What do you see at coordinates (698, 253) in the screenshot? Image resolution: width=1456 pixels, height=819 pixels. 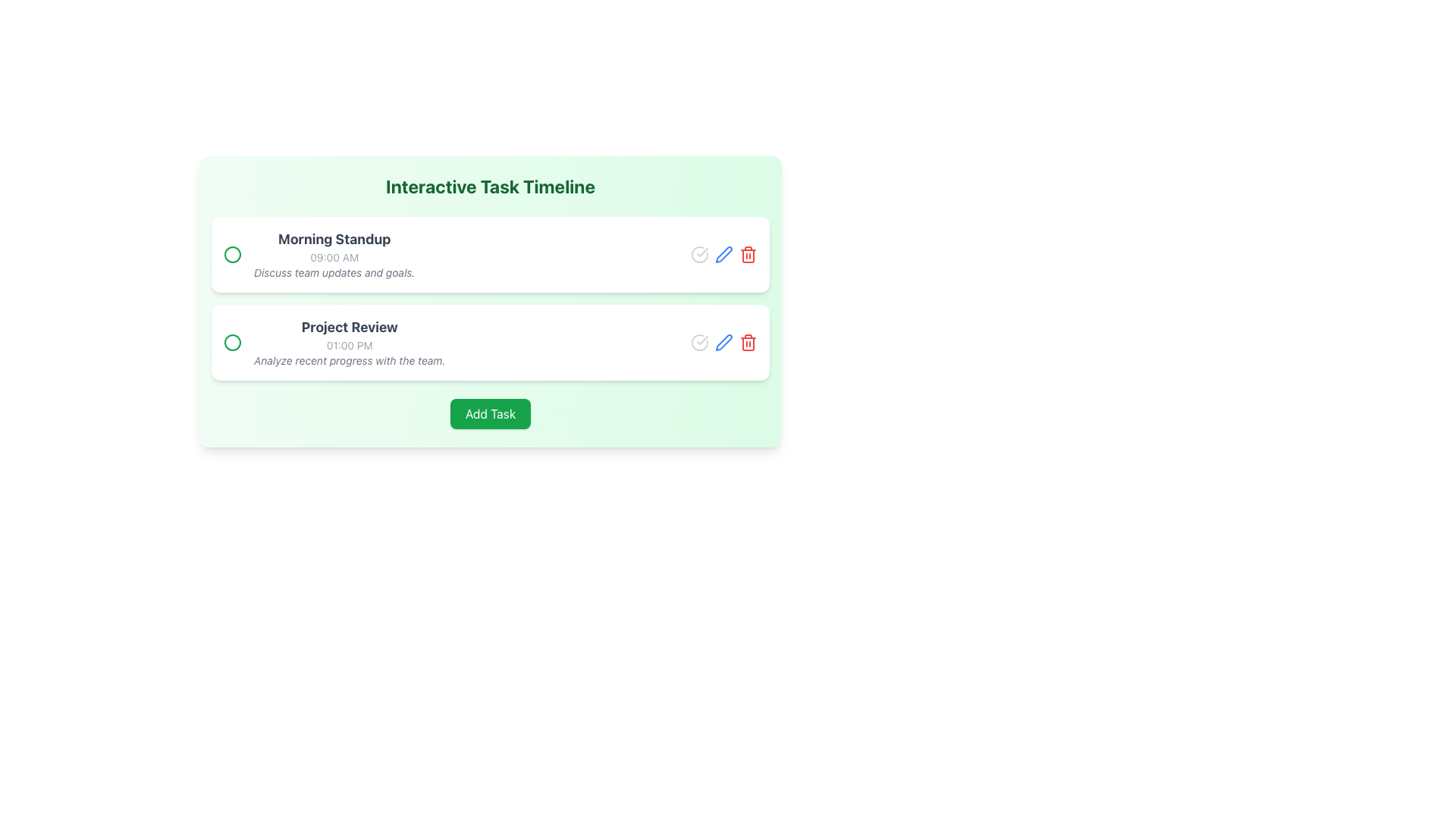 I see `the circular checkmark icon in gray that changes to green when hovered, located next to the 'Morning Standup' task card in the timeline interface` at bounding box center [698, 253].